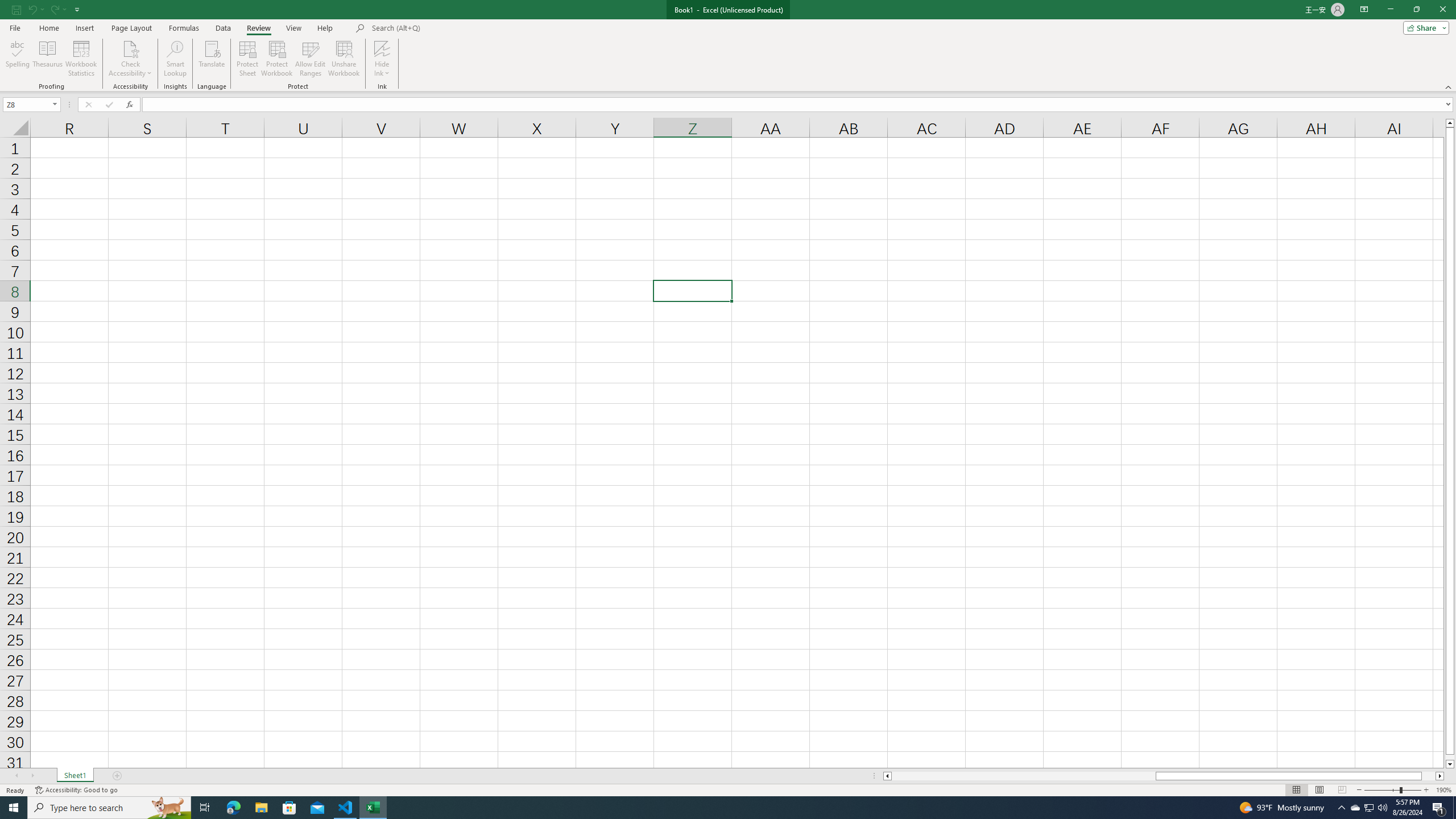  I want to click on 'Redo', so click(53, 9).